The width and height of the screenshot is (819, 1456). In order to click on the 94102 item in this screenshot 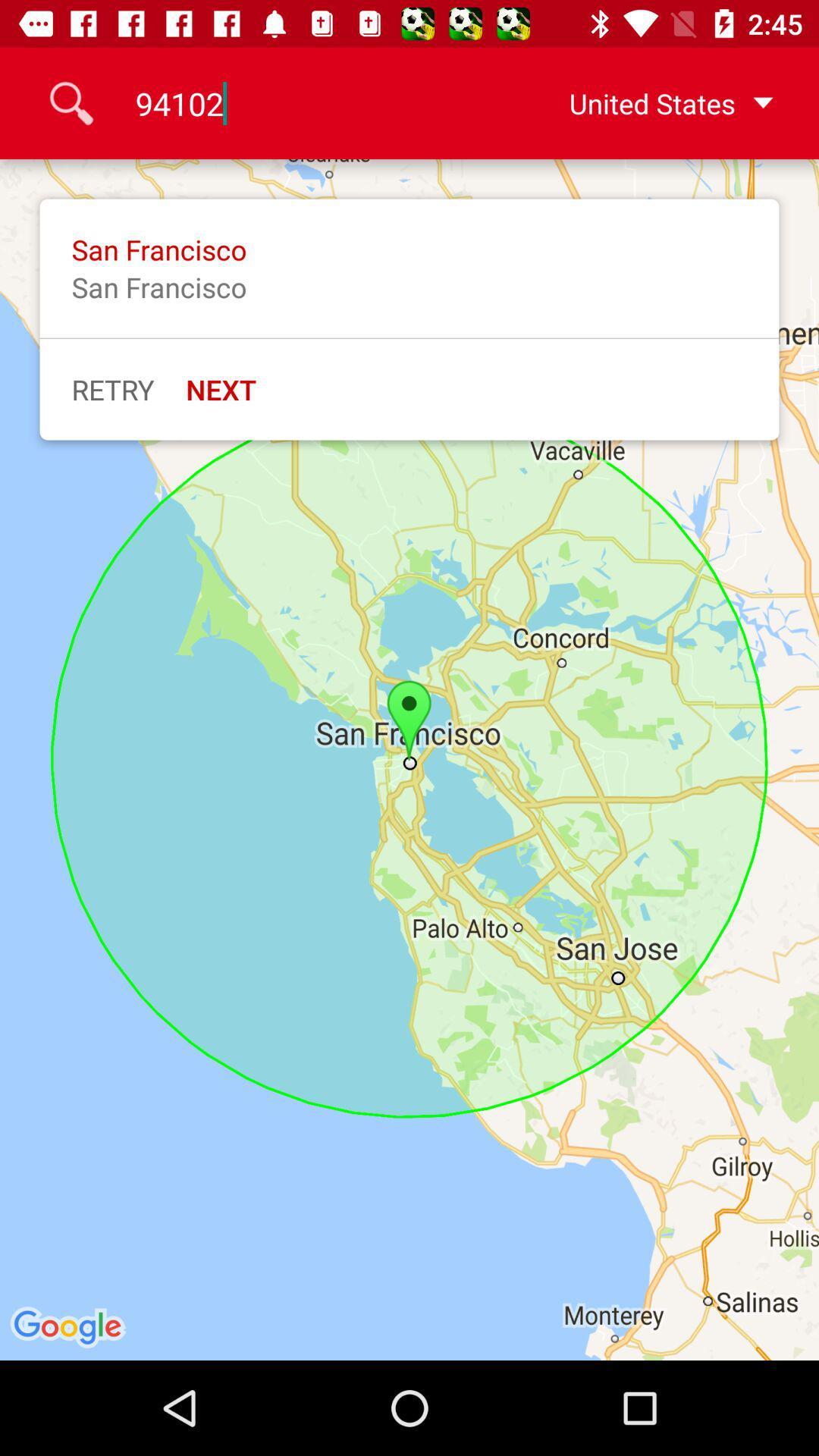, I will do `click(309, 102)`.